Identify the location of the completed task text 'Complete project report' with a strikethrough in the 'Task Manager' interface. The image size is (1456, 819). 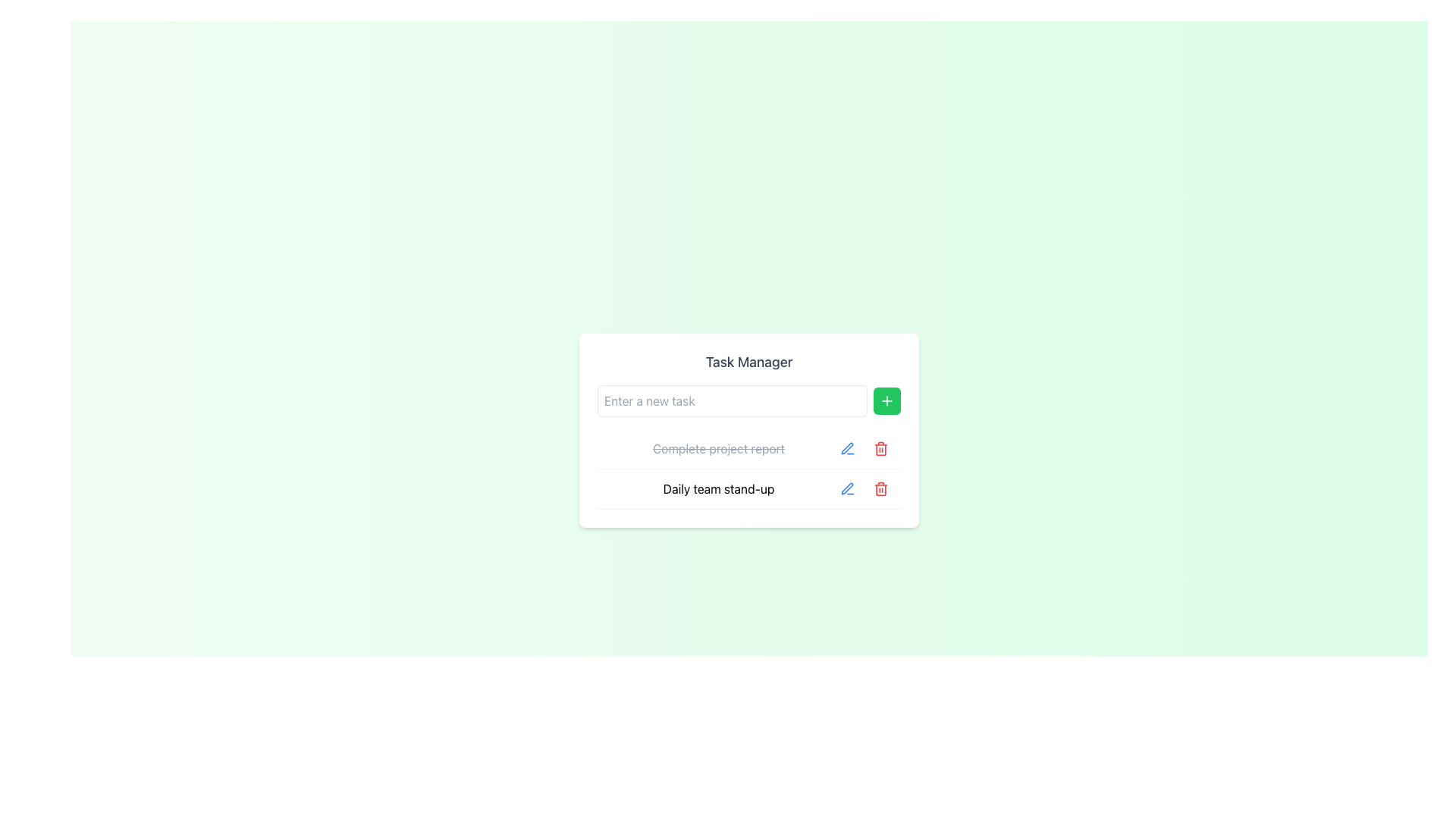
(718, 447).